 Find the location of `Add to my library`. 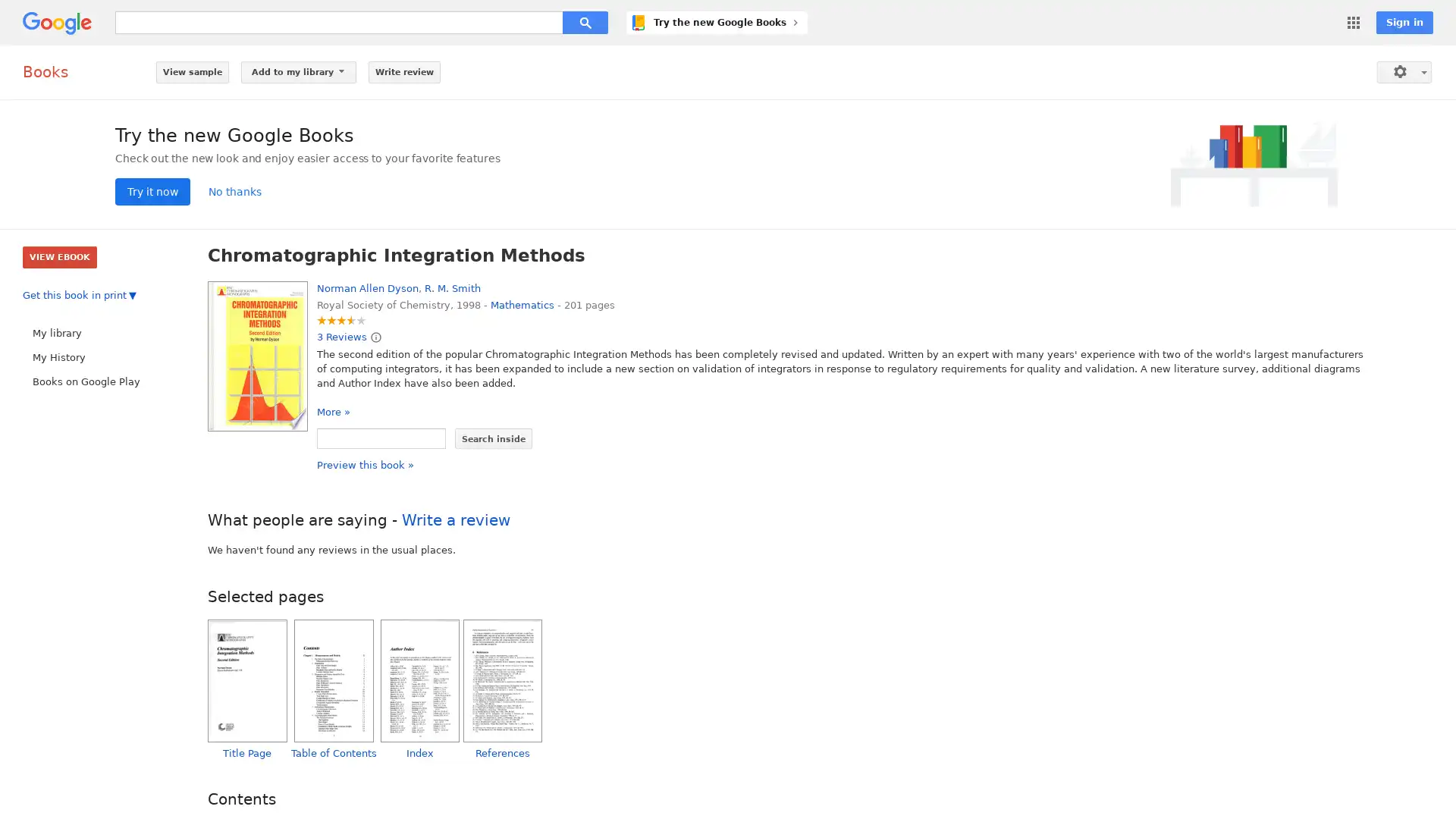

Add to my library is located at coordinates (298, 72).